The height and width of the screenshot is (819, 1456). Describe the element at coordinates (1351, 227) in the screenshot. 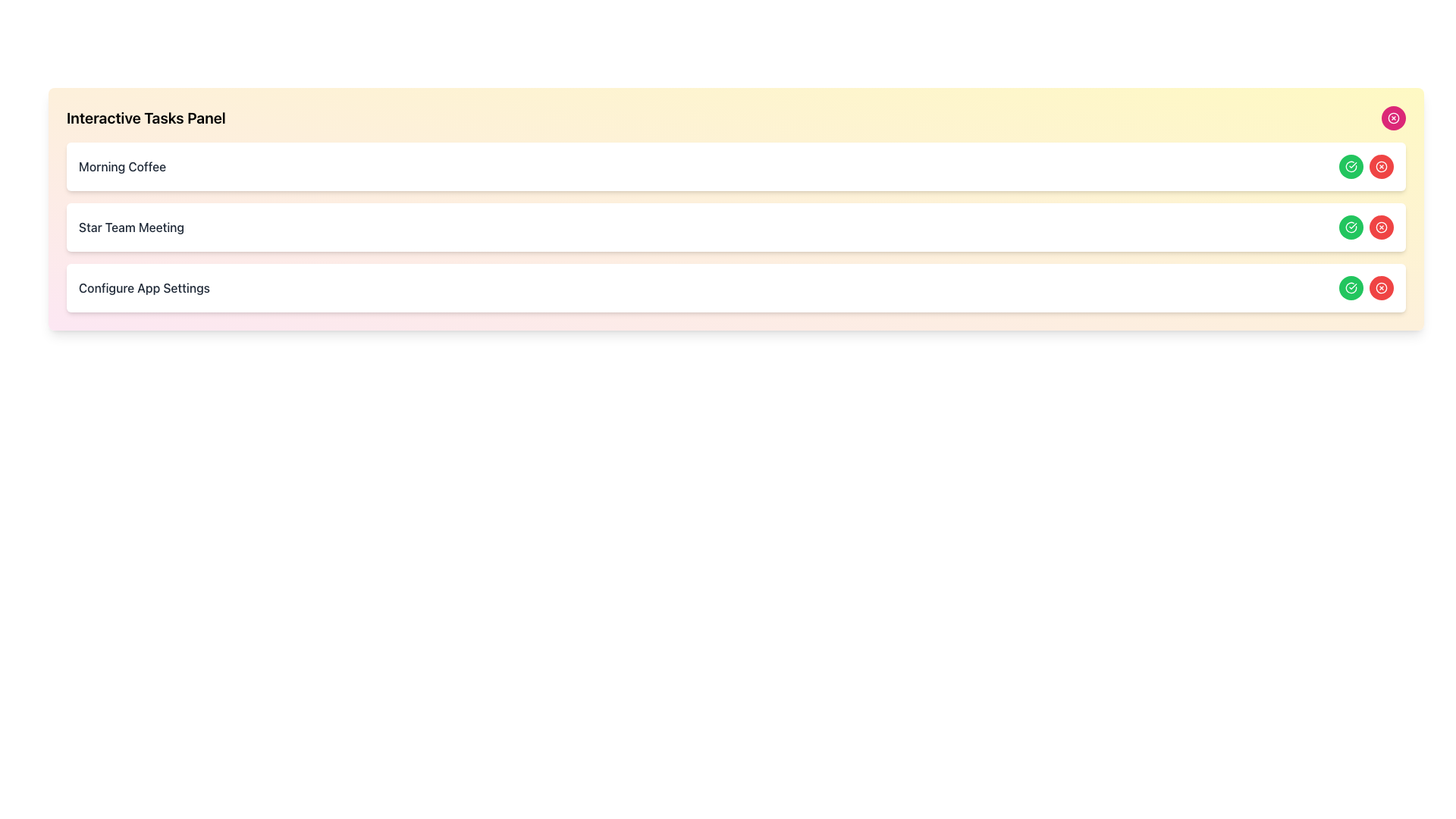

I see `the green confirmation button with a checkmark icon, located to the left of the red button in a horizontal group of two buttons` at that location.